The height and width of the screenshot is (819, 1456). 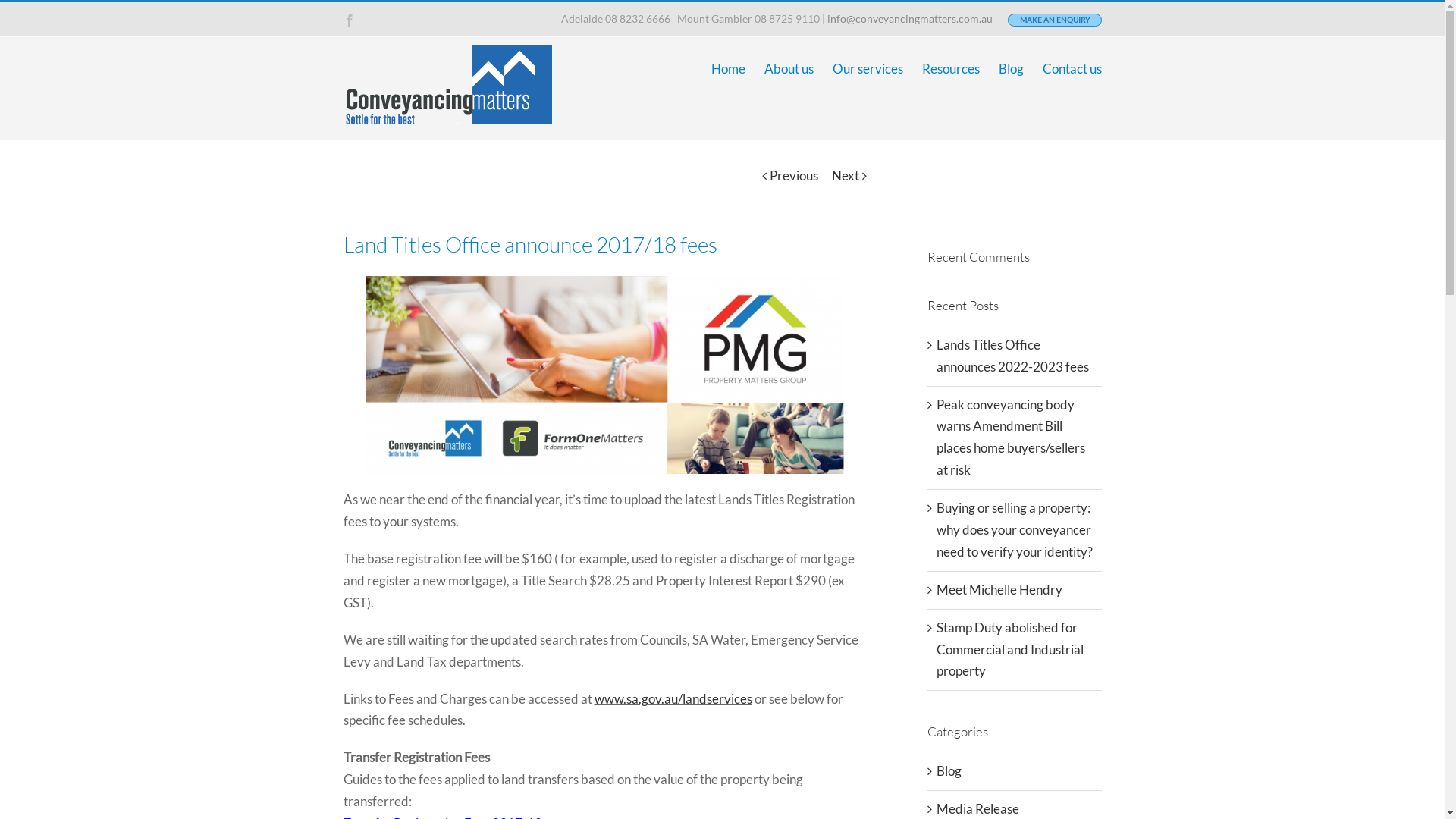 I want to click on 'About us', so click(x=764, y=68).